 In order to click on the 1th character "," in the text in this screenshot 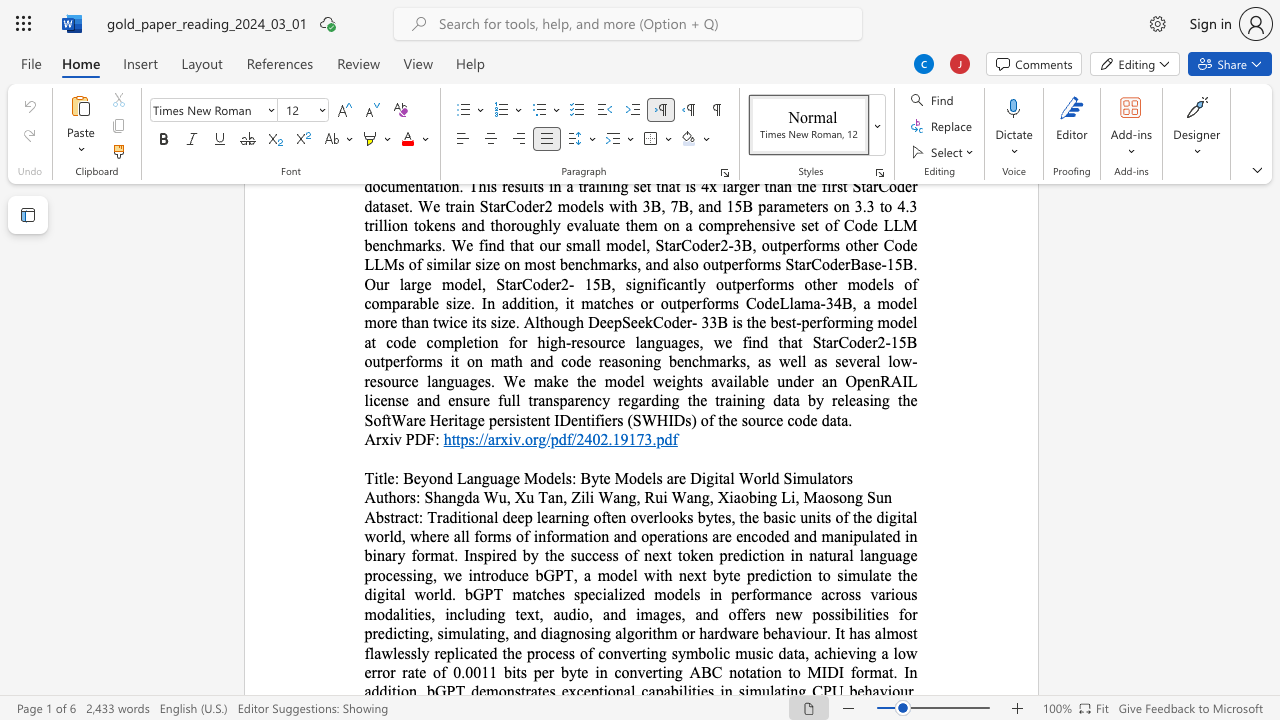, I will do `click(637, 496)`.